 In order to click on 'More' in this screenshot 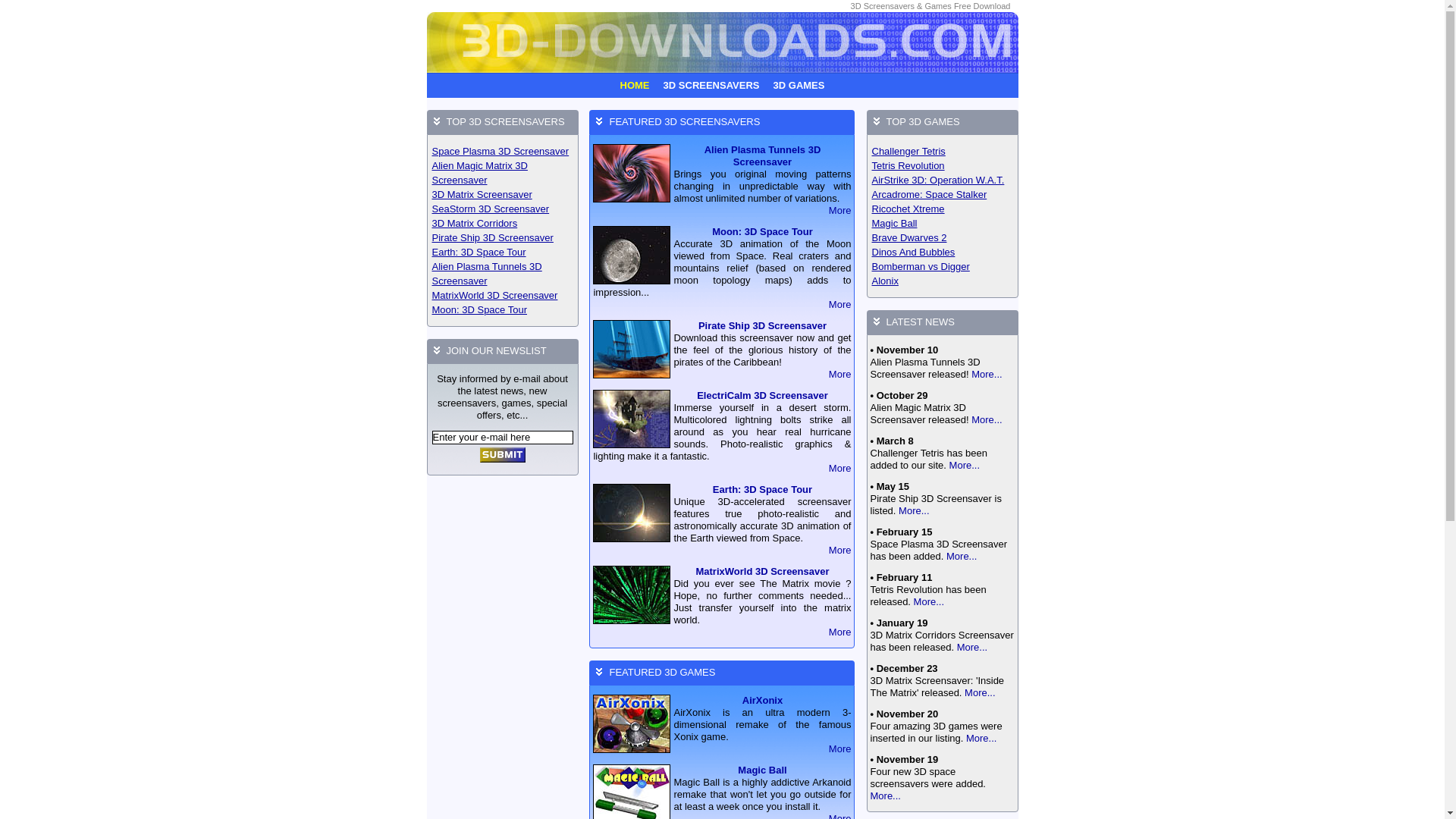, I will do `click(839, 210)`.